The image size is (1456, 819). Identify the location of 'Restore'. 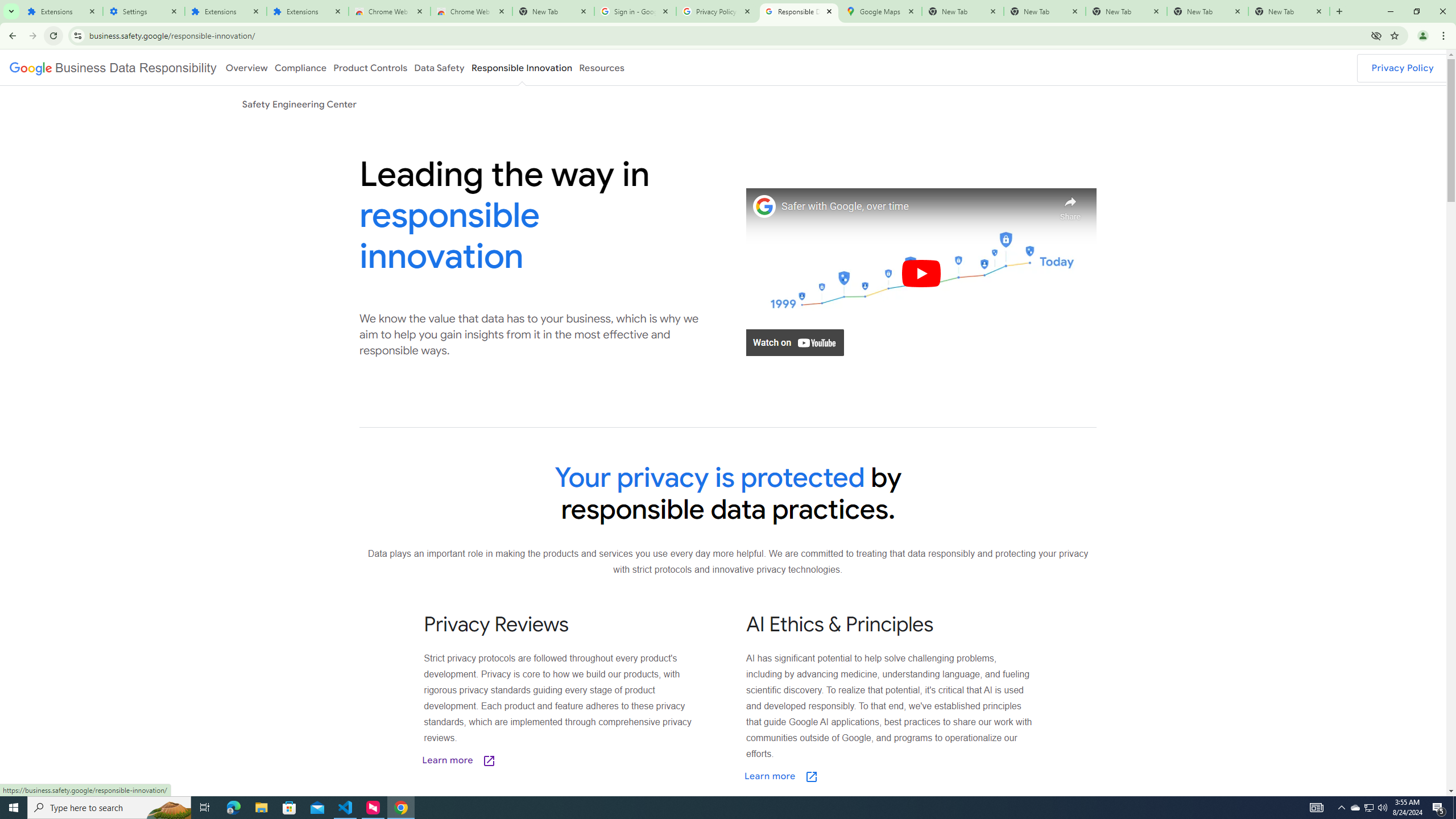
(1416, 11).